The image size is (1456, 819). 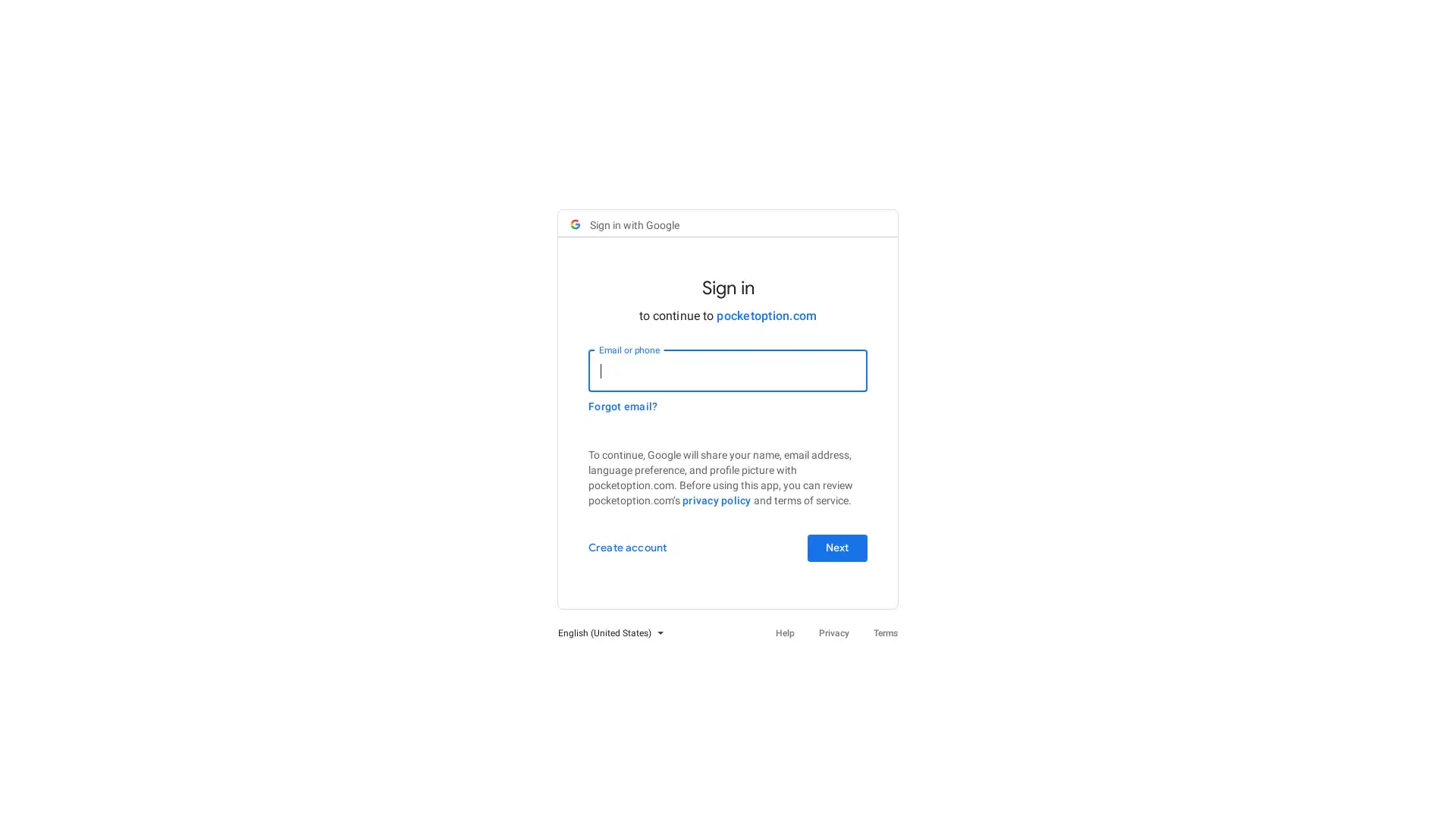 I want to click on Create account, so click(x=627, y=548).